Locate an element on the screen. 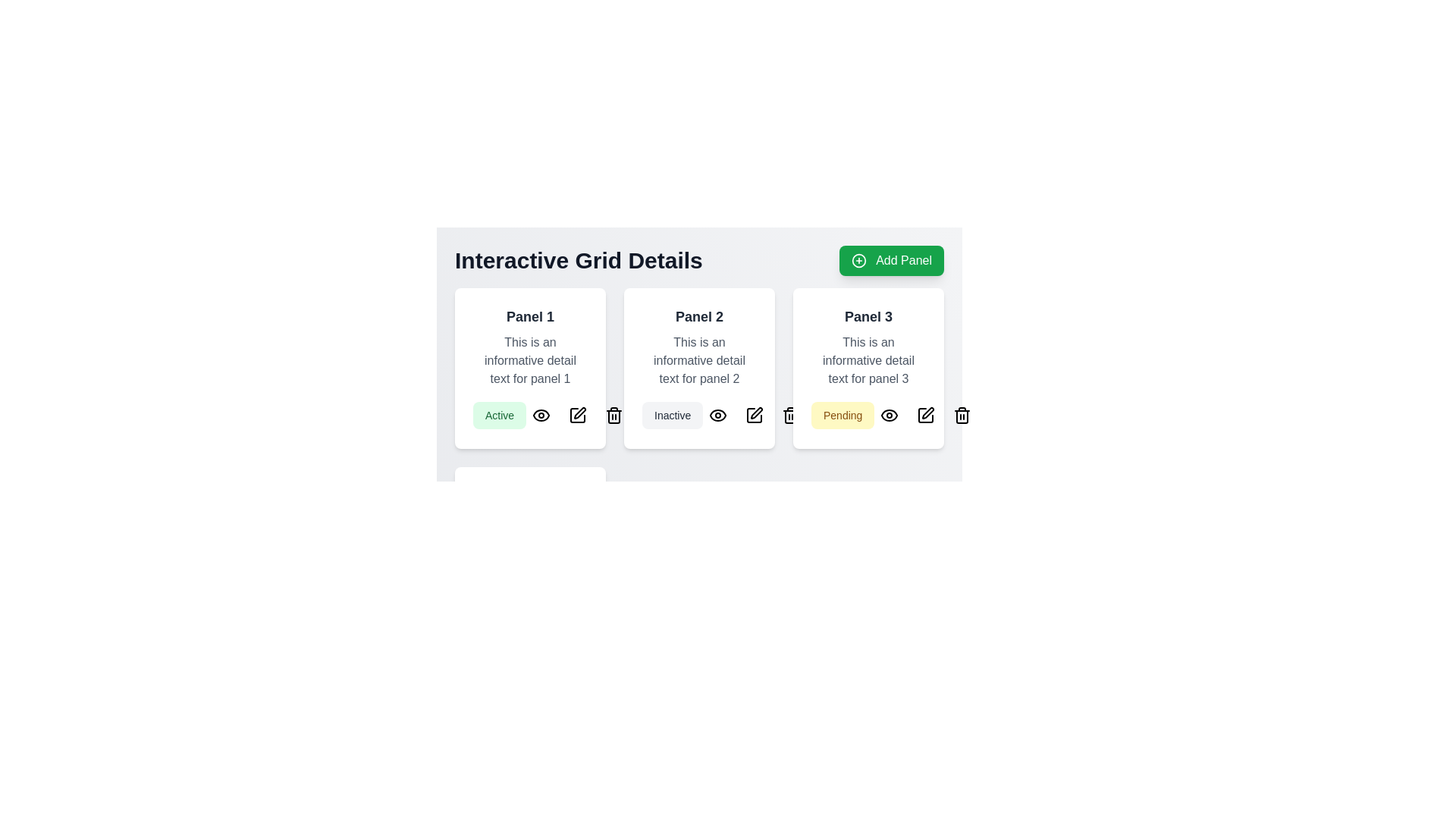  the editing button located in the middle of a row of three icons beneath the 'Panel 2' card, which is the second icon from the left, positioned between the eye icon and the trash bin icon is located at coordinates (755, 415).